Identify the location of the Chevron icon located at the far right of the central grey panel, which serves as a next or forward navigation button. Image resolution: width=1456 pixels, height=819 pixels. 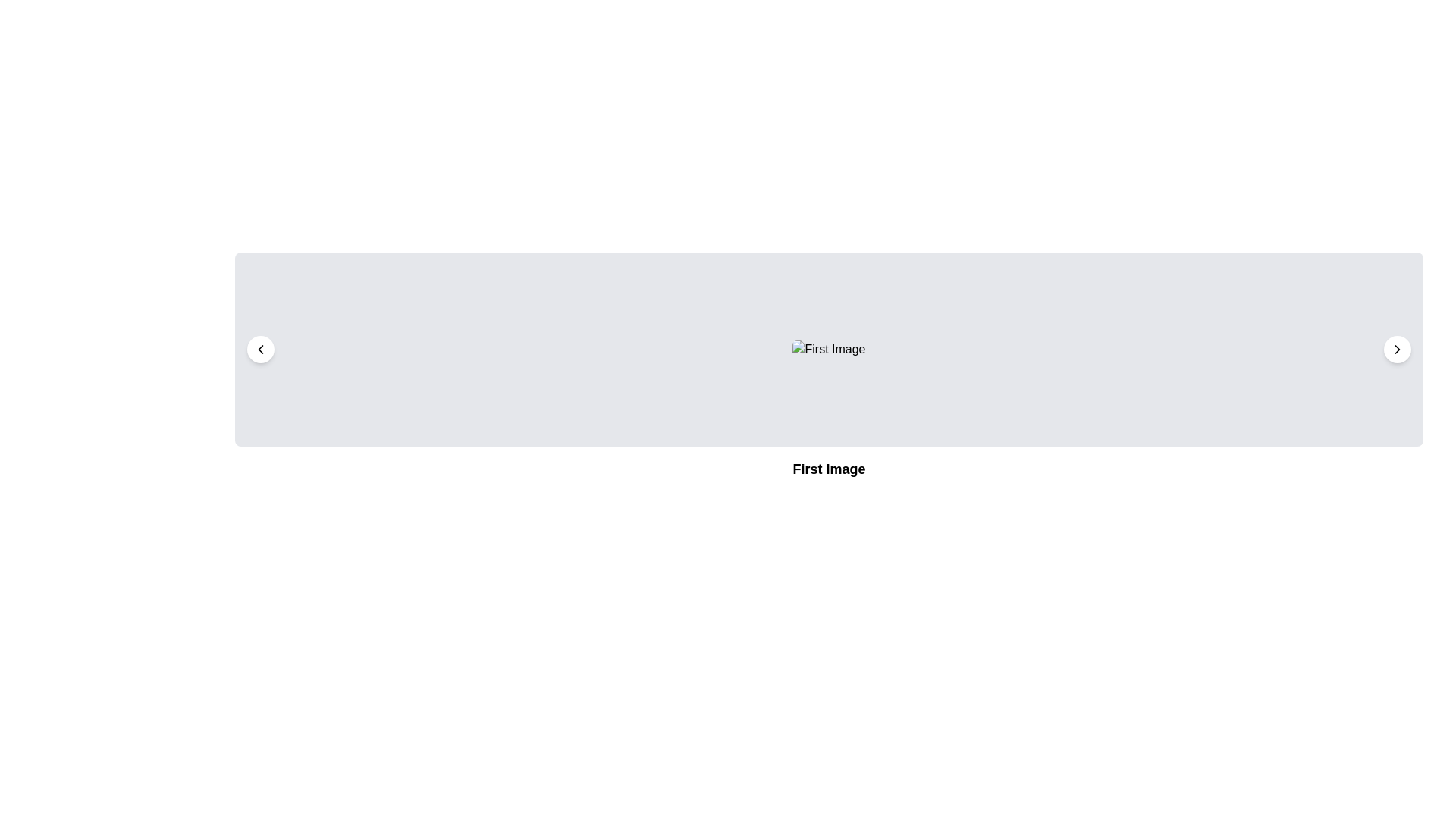
(1397, 350).